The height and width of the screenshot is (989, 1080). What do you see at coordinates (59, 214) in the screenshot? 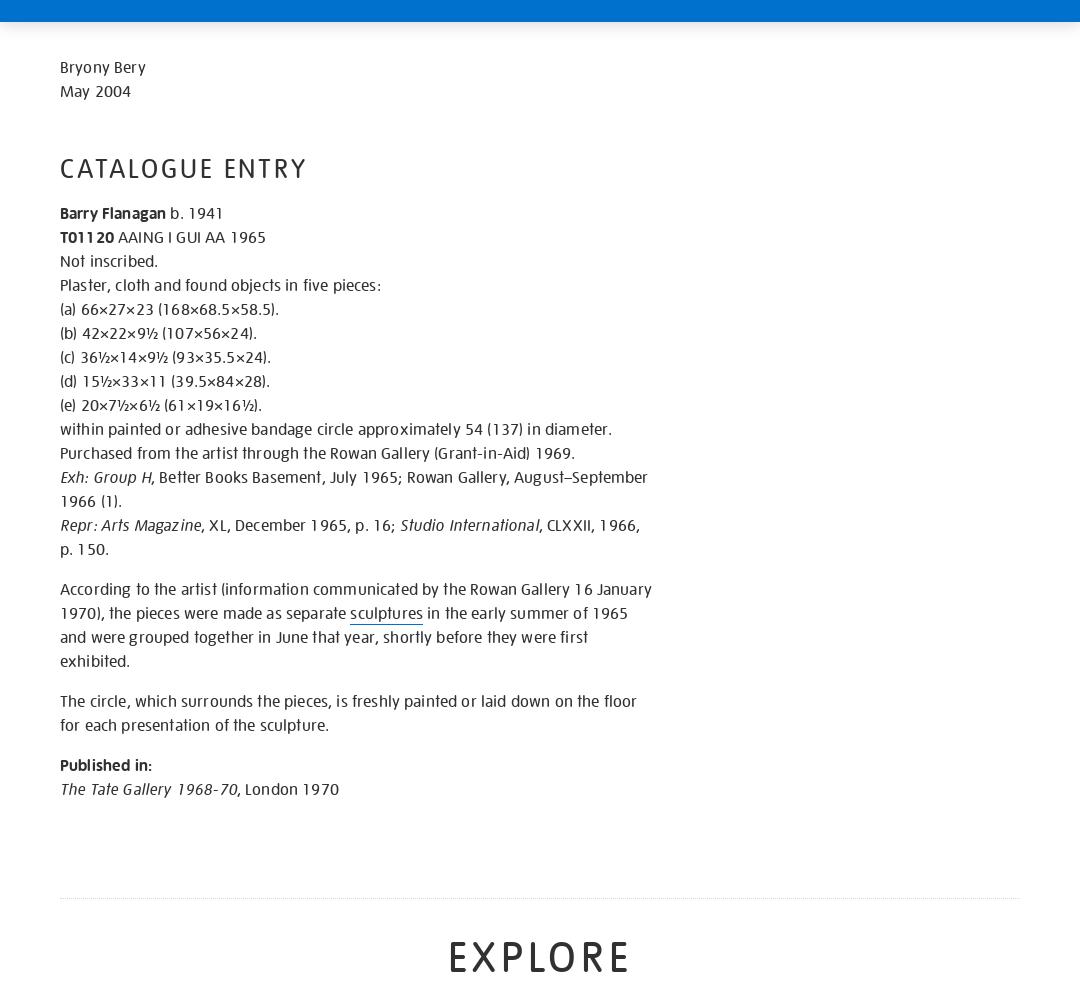
I see `'Barry Flanagan'` at bounding box center [59, 214].